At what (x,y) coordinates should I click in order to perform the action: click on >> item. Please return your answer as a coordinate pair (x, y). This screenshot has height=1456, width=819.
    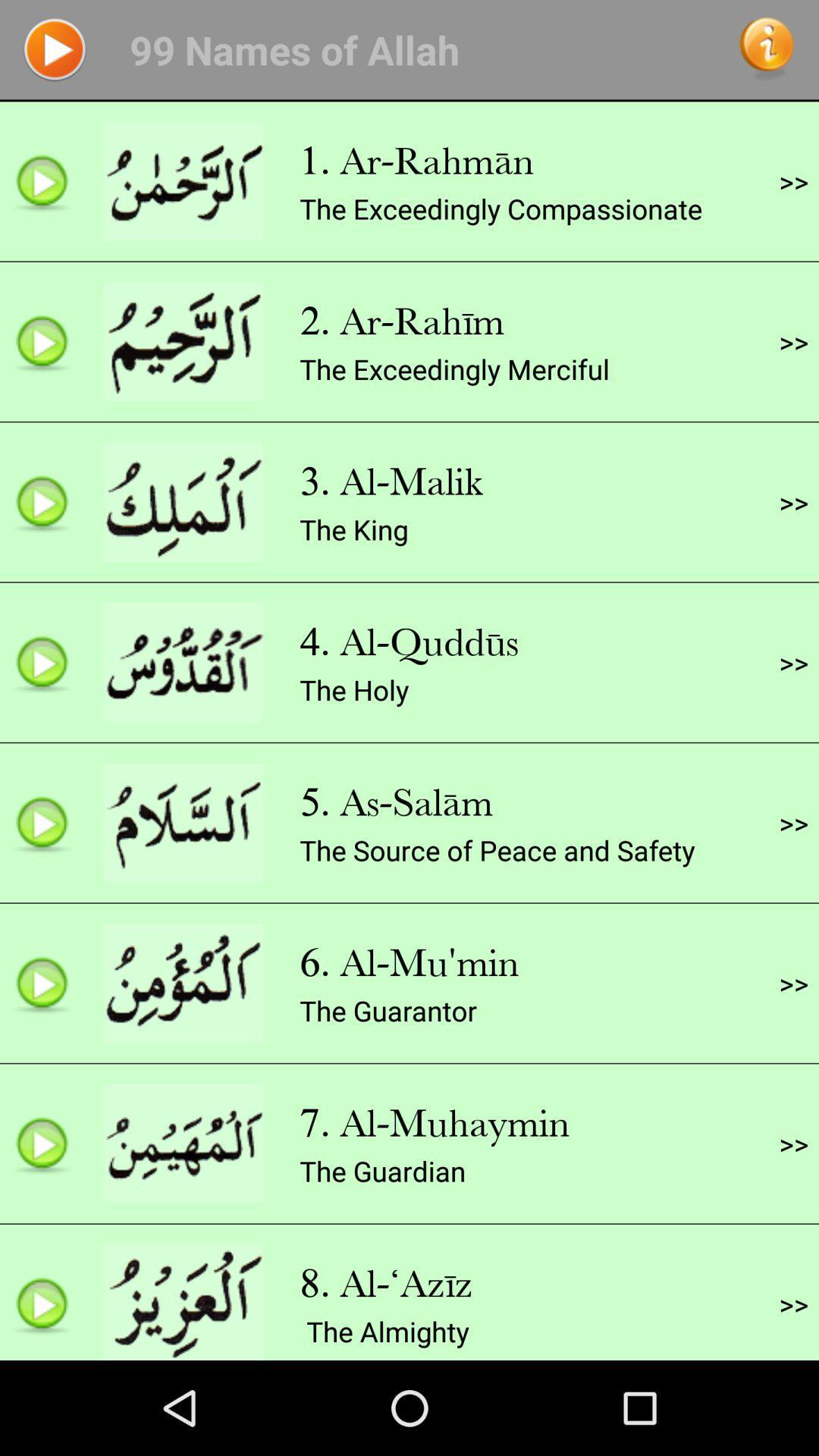
    Looking at the image, I should click on (792, 181).